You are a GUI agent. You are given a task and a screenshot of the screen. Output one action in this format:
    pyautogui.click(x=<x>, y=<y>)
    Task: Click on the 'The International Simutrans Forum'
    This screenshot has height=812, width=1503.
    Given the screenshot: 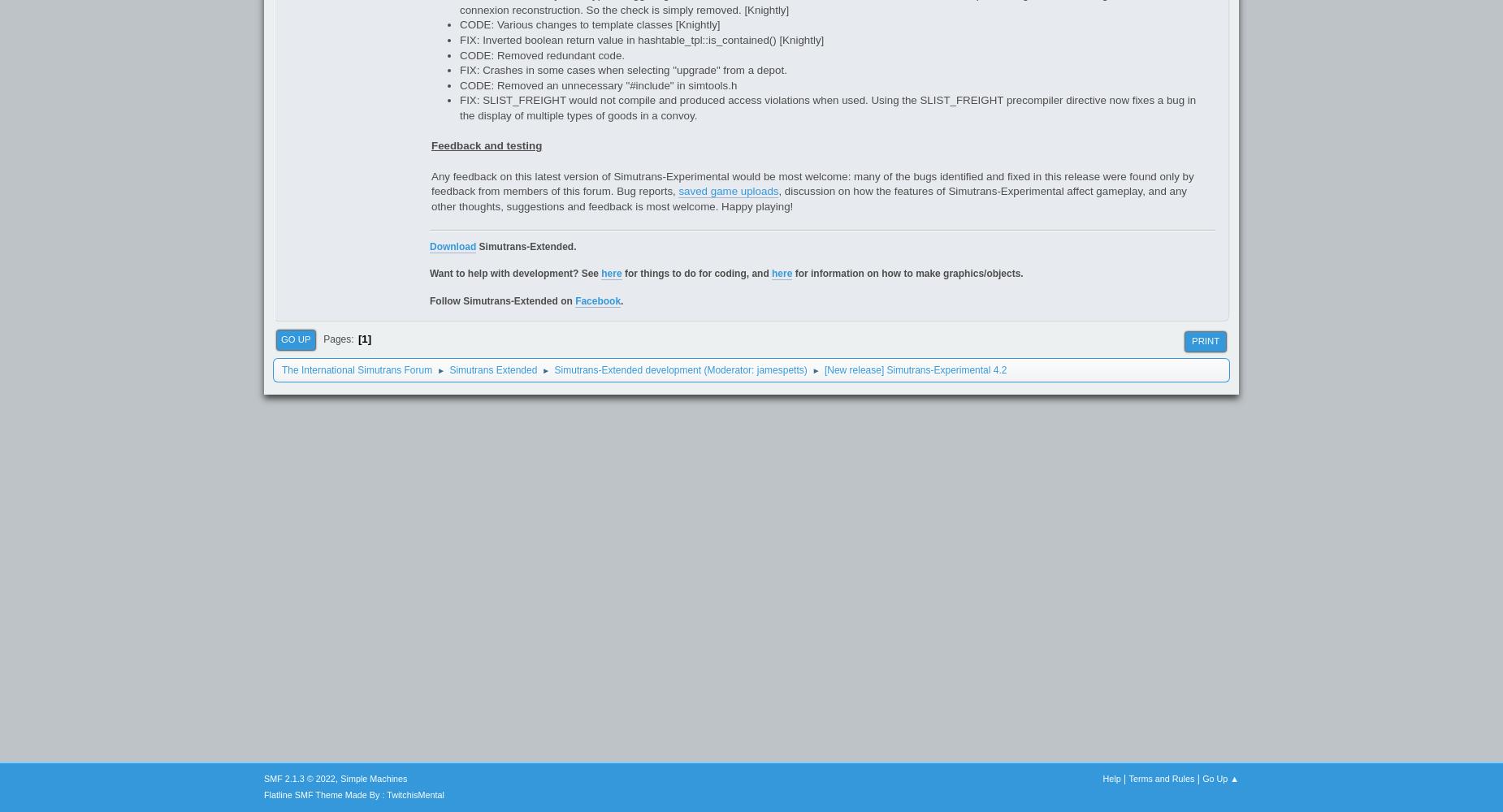 What is the action you would take?
    pyautogui.click(x=356, y=369)
    